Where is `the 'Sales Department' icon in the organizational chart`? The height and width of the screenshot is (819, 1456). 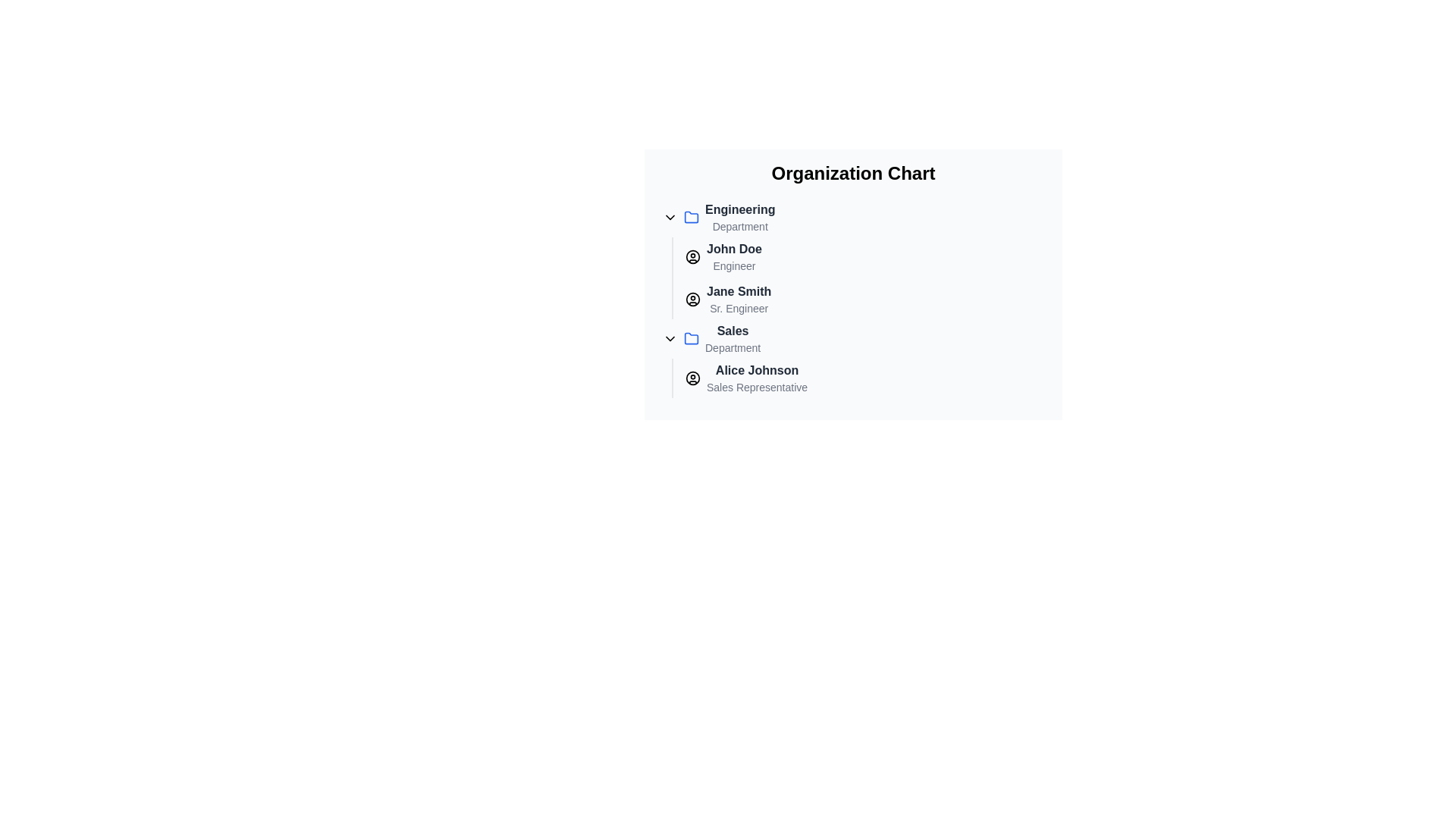 the 'Sales Department' icon in the organizational chart is located at coordinates (691, 337).